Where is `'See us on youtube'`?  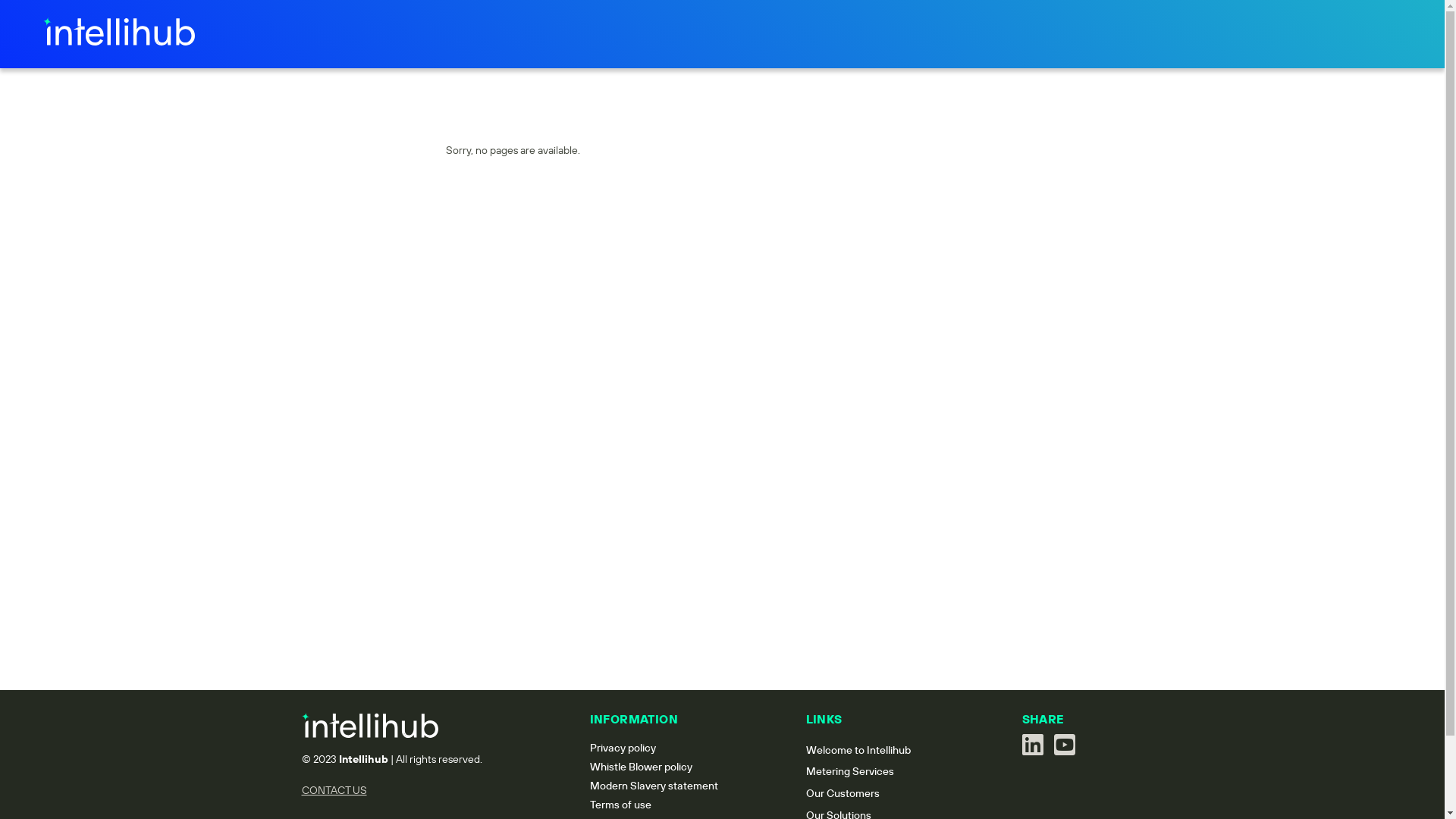
'See us on youtube' is located at coordinates (1063, 748).